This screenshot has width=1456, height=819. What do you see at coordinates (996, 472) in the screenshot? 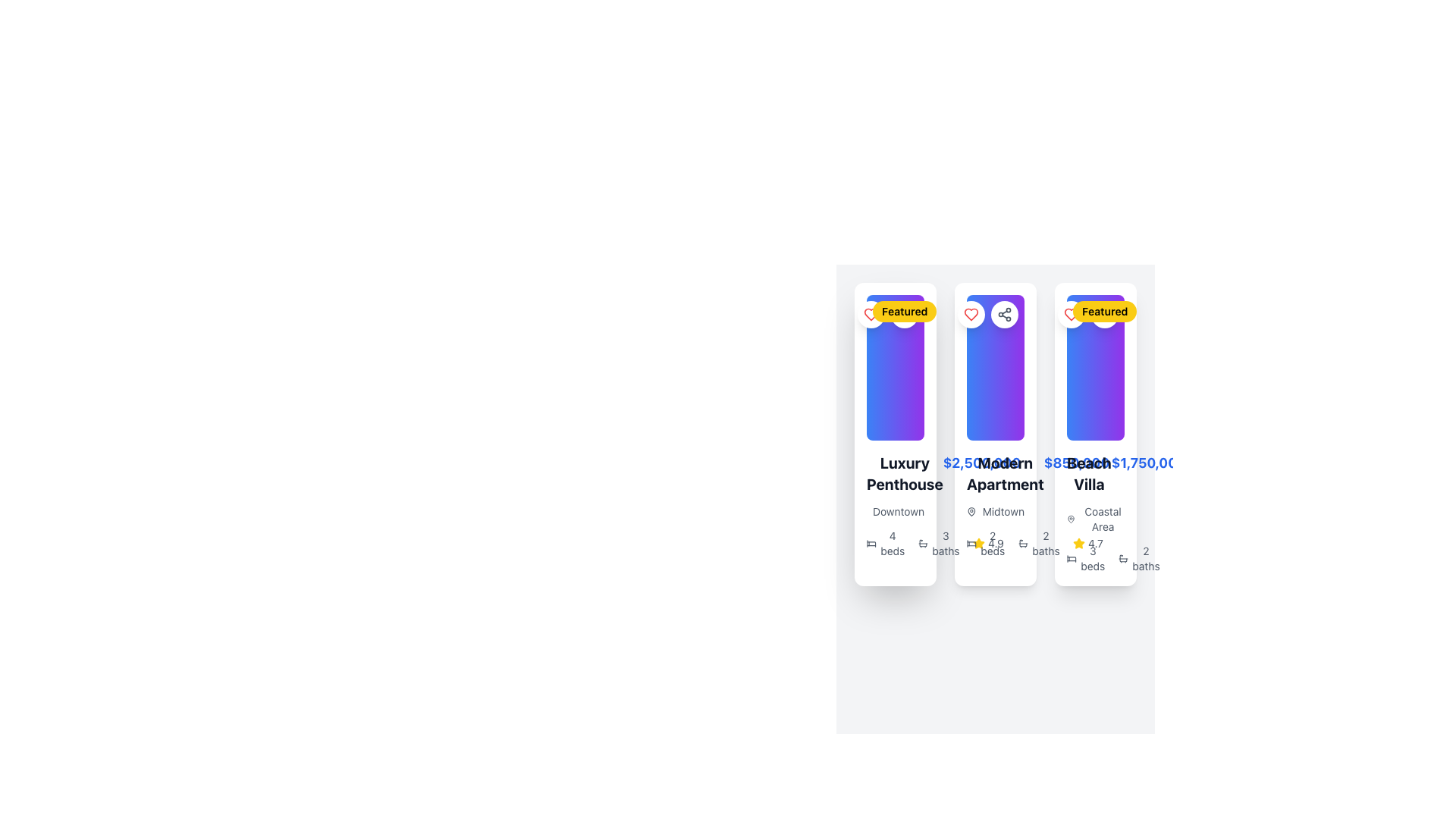
I see `the combined static text display showing the name and price of the property in the second property card from the left` at bounding box center [996, 472].